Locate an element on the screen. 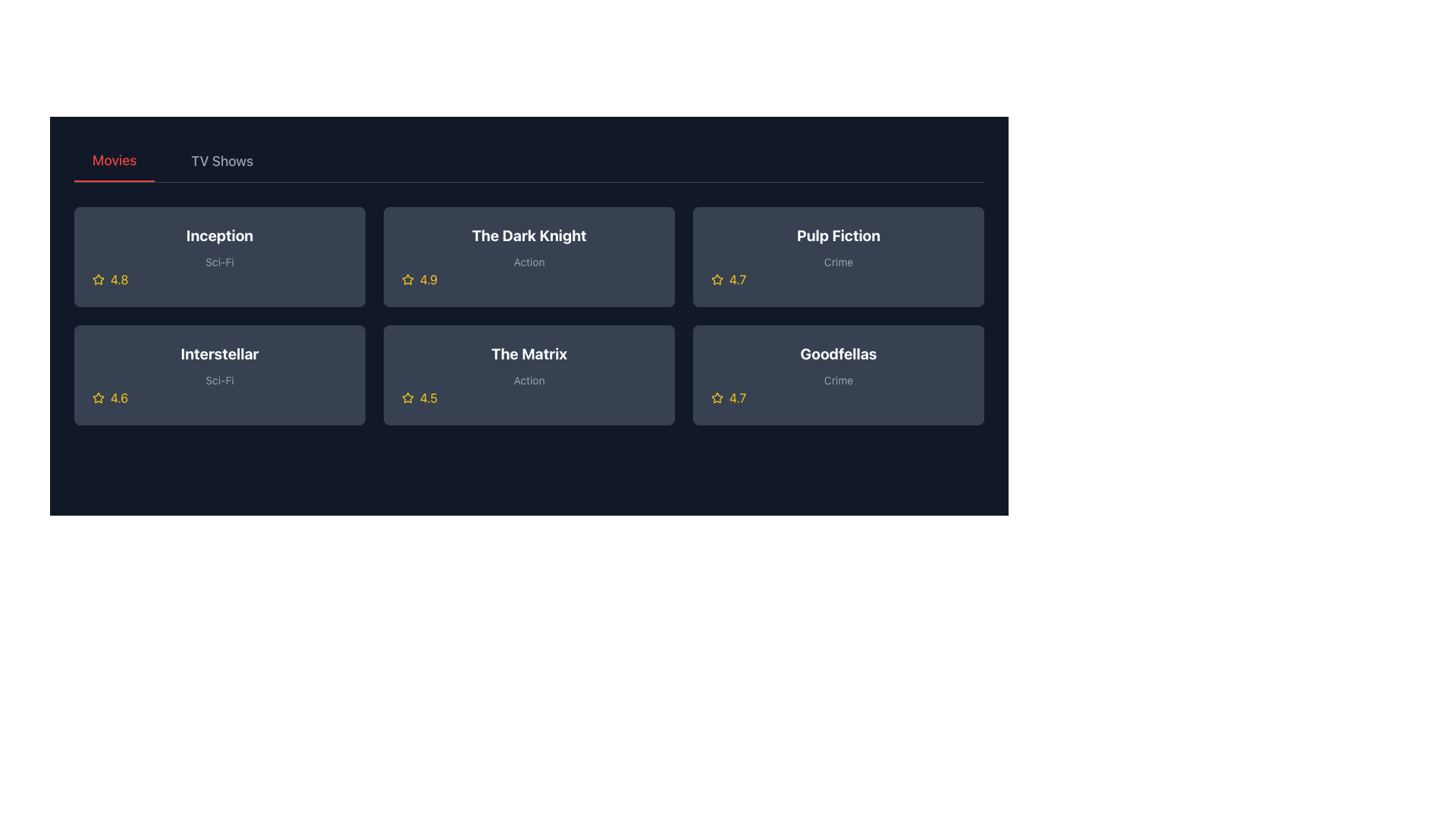 The height and width of the screenshot is (819, 1456). the text label displaying the word 'Crime,' which is located beneath the title of the movie 'Pulp Fiction' in a grid layout is located at coordinates (837, 261).